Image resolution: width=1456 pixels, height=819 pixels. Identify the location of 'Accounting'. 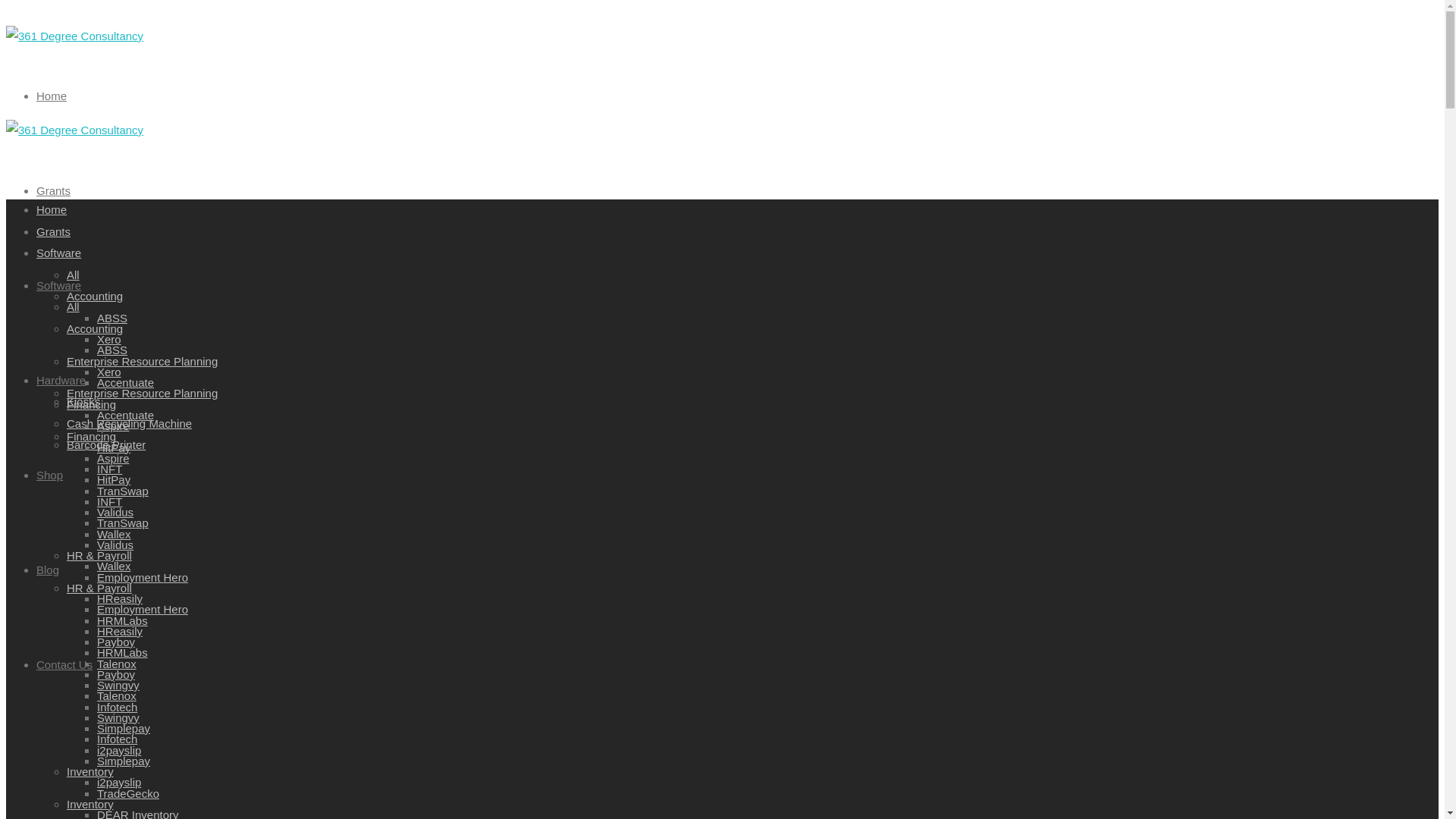
(93, 296).